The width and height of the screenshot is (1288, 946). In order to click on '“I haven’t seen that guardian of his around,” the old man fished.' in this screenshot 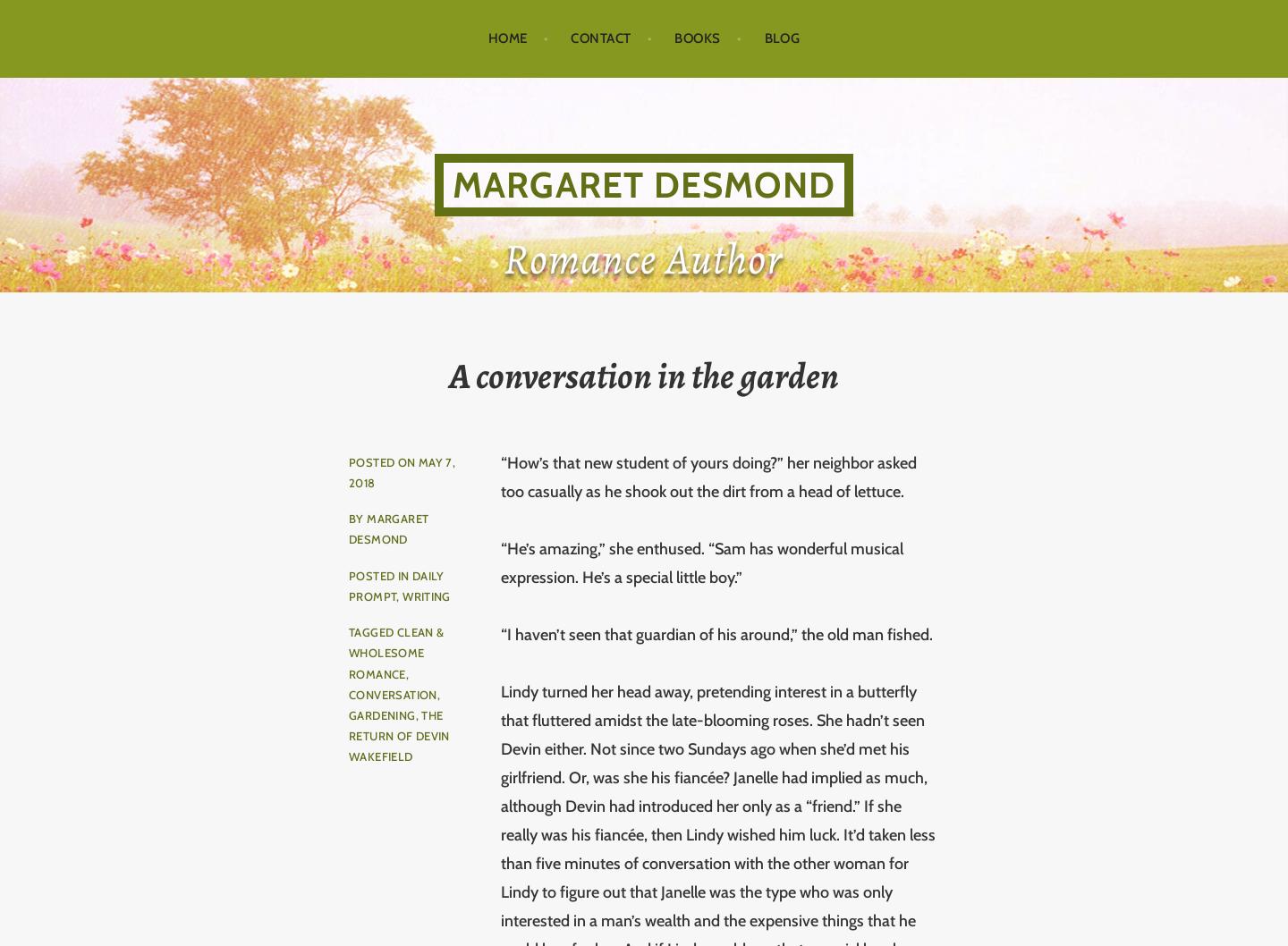, I will do `click(716, 633)`.